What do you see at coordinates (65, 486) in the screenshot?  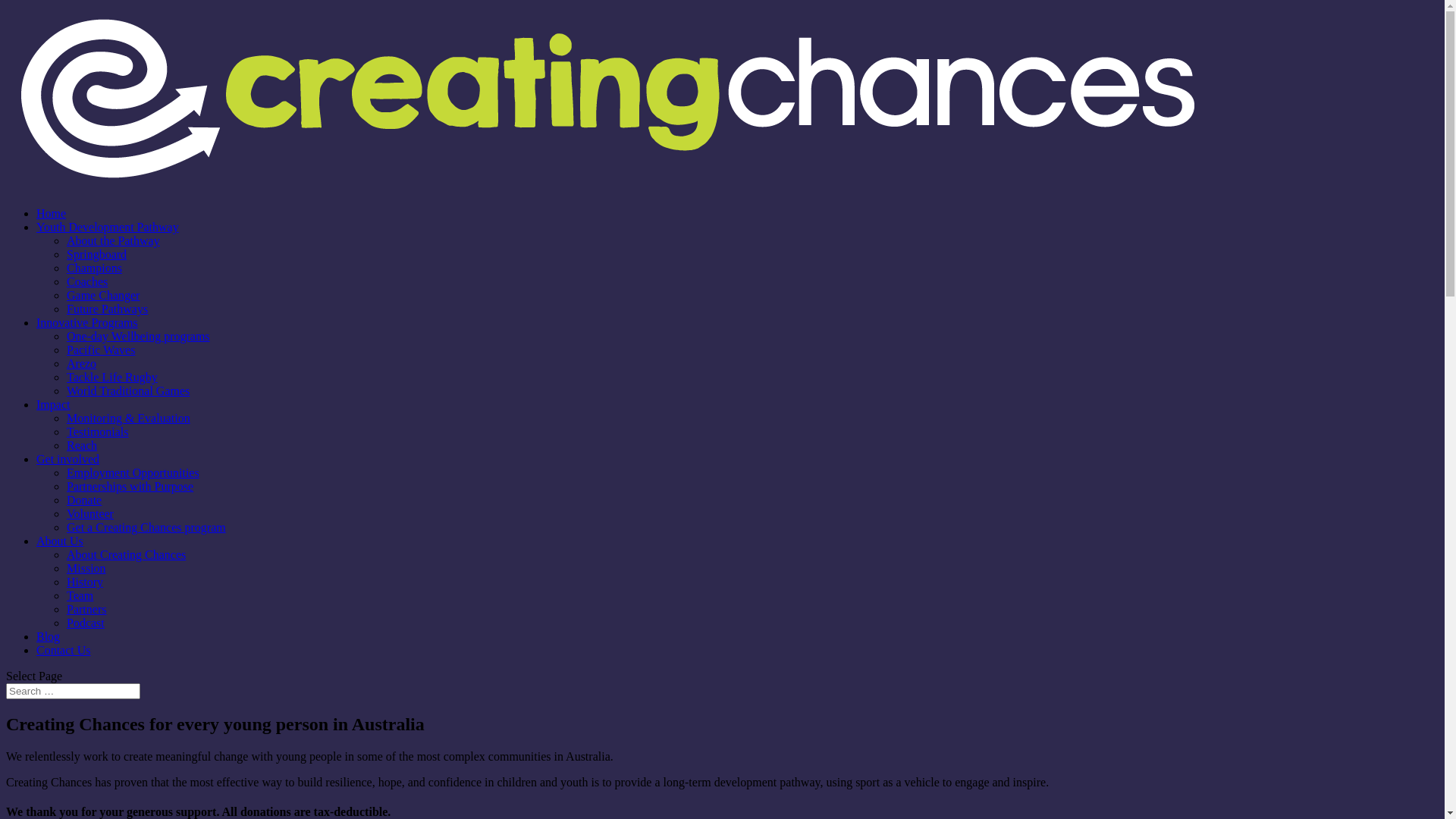 I see `'Partnerships with Purpose'` at bounding box center [65, 486].